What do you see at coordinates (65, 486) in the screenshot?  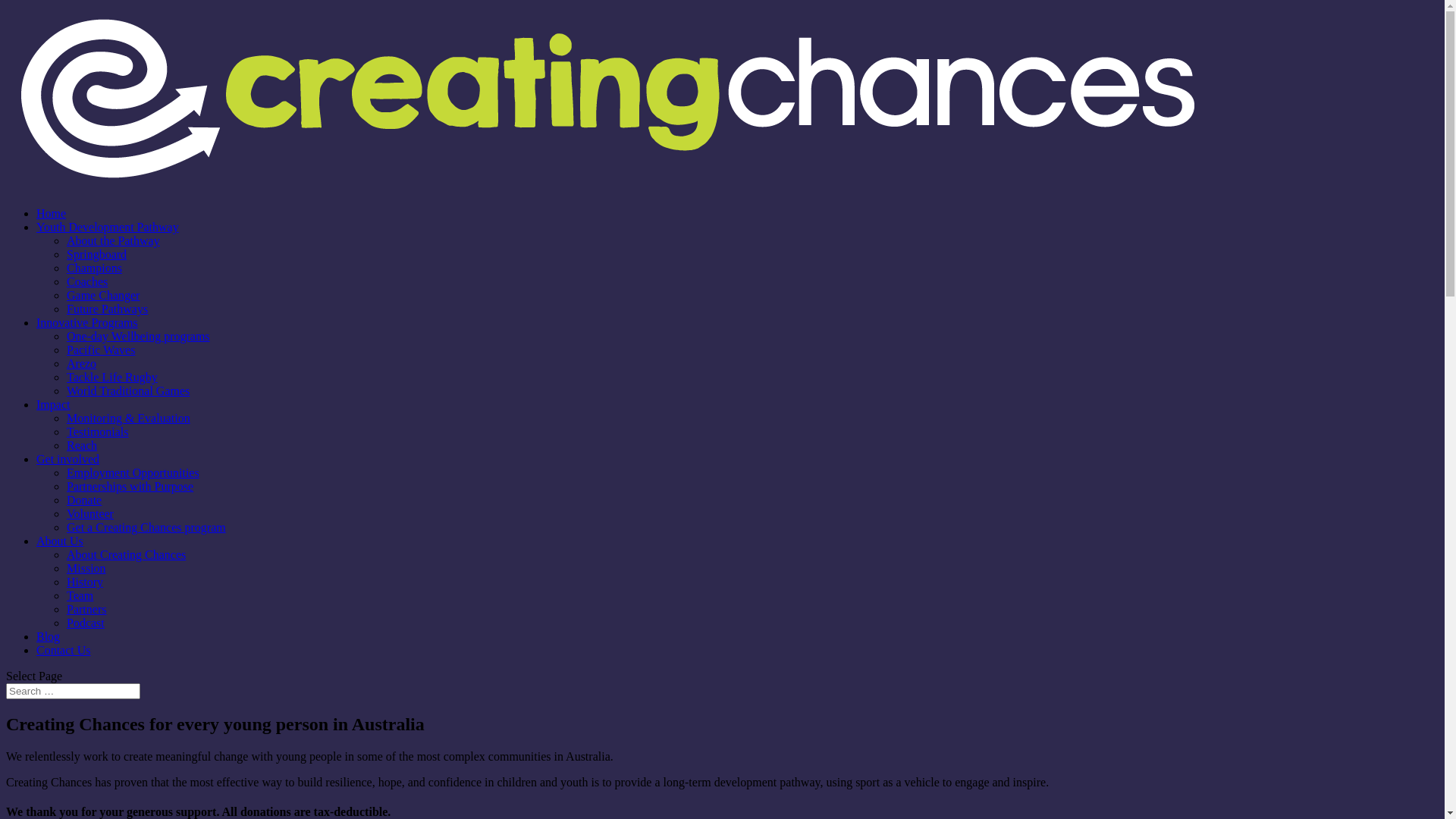 I see `'Partnerships with Purpose'` at bounding box center [65, 486].